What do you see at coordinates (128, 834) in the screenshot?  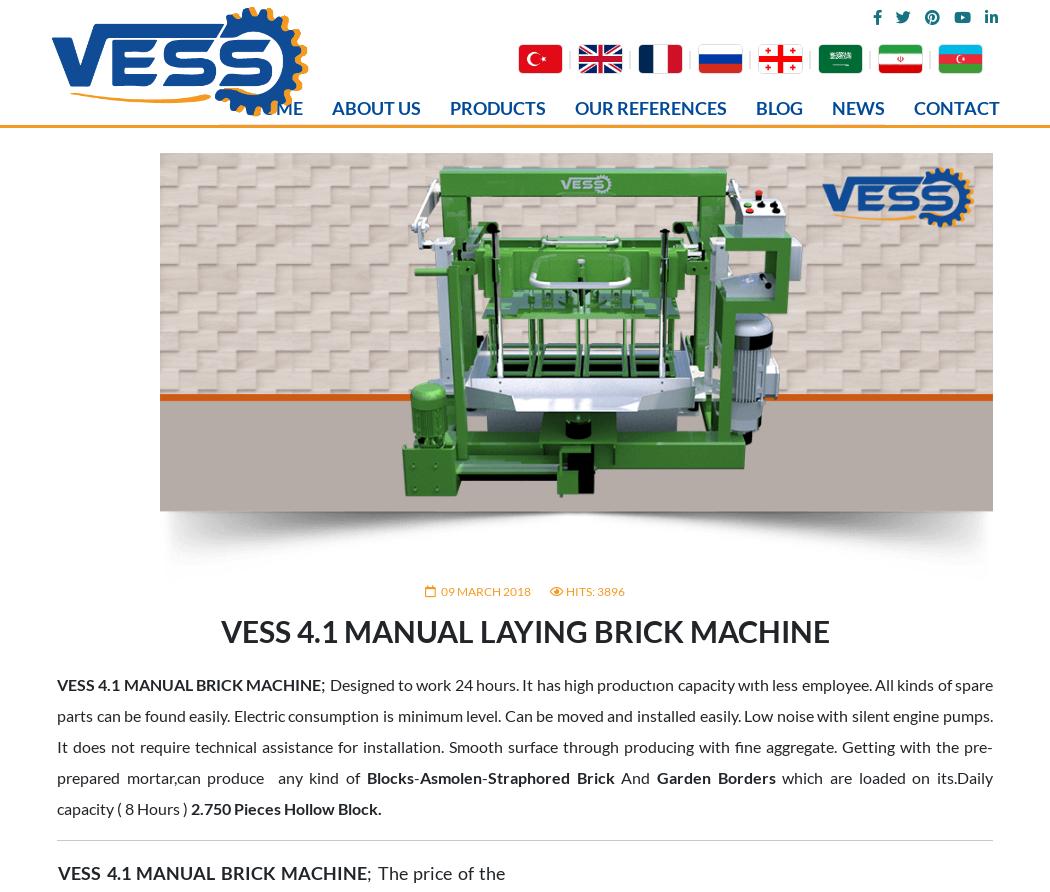 I see `'Control System'` at bounding box center [128, 834].